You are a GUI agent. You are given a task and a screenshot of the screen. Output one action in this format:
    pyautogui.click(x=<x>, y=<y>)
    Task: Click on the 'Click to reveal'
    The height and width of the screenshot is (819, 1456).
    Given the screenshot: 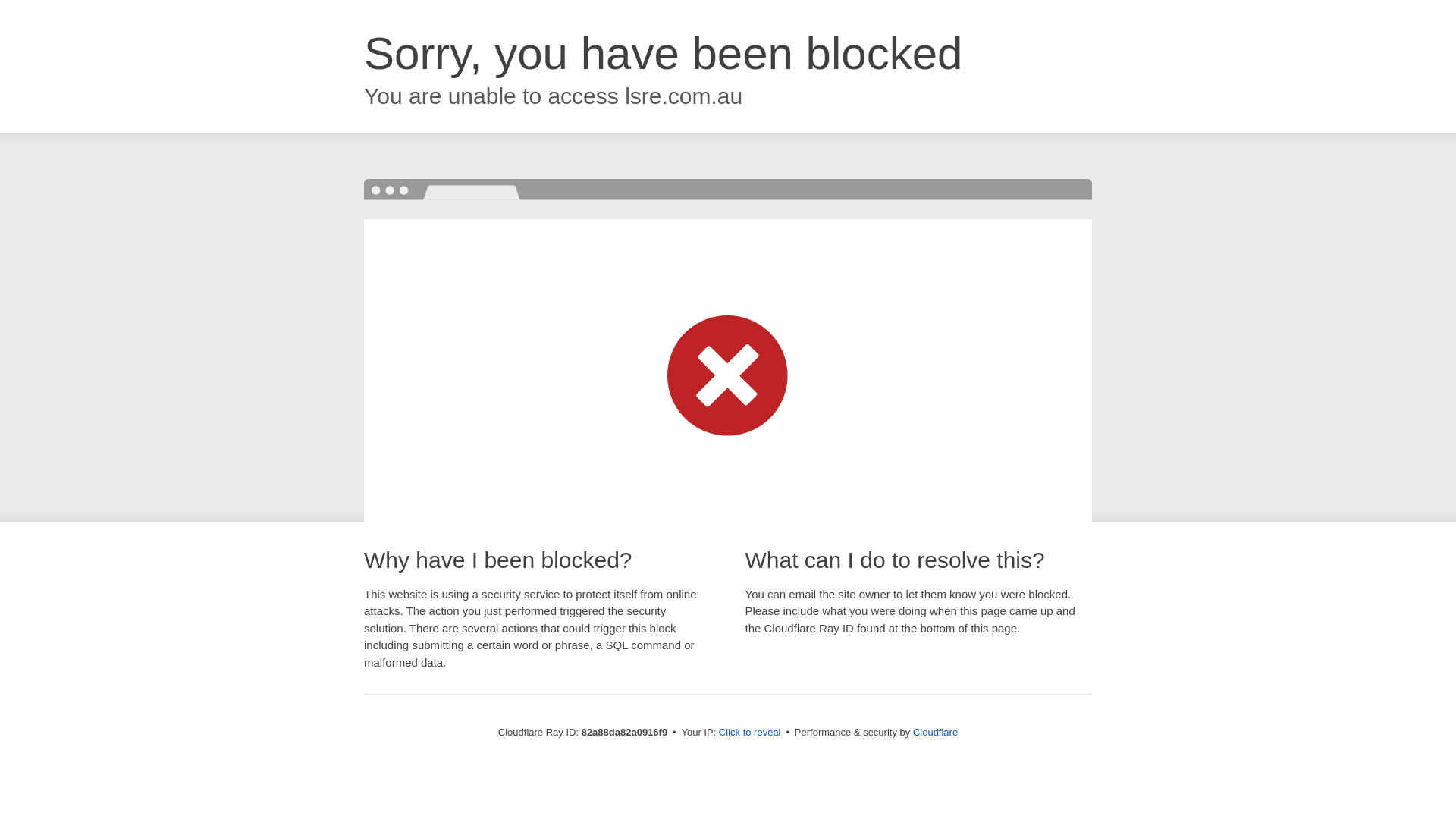 What is the action you would take?
    pyautogui.click(x=718, y=731)
    